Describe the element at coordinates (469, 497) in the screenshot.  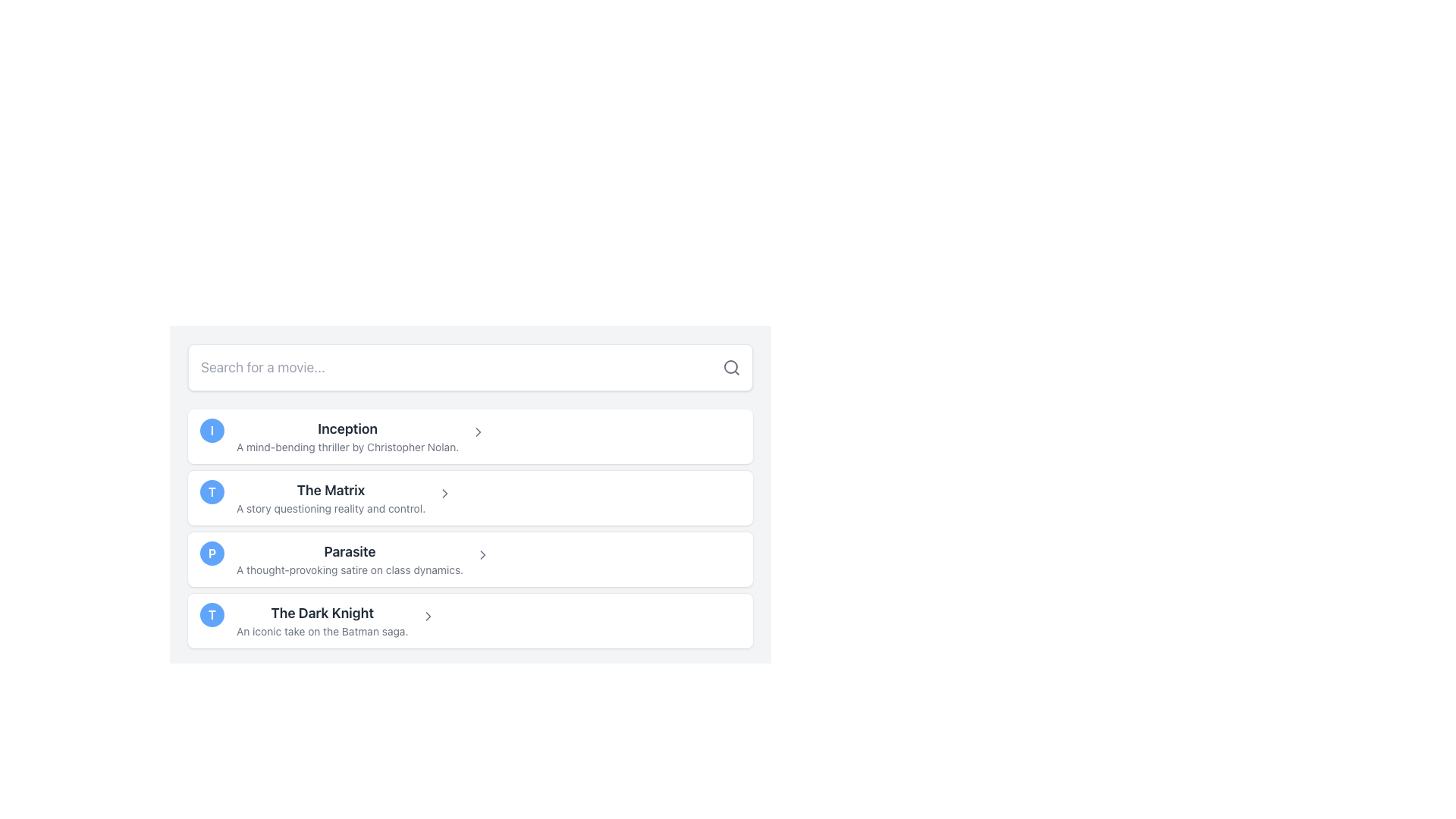
I see `the list item representing the movie 'The Matrix'` at that location.